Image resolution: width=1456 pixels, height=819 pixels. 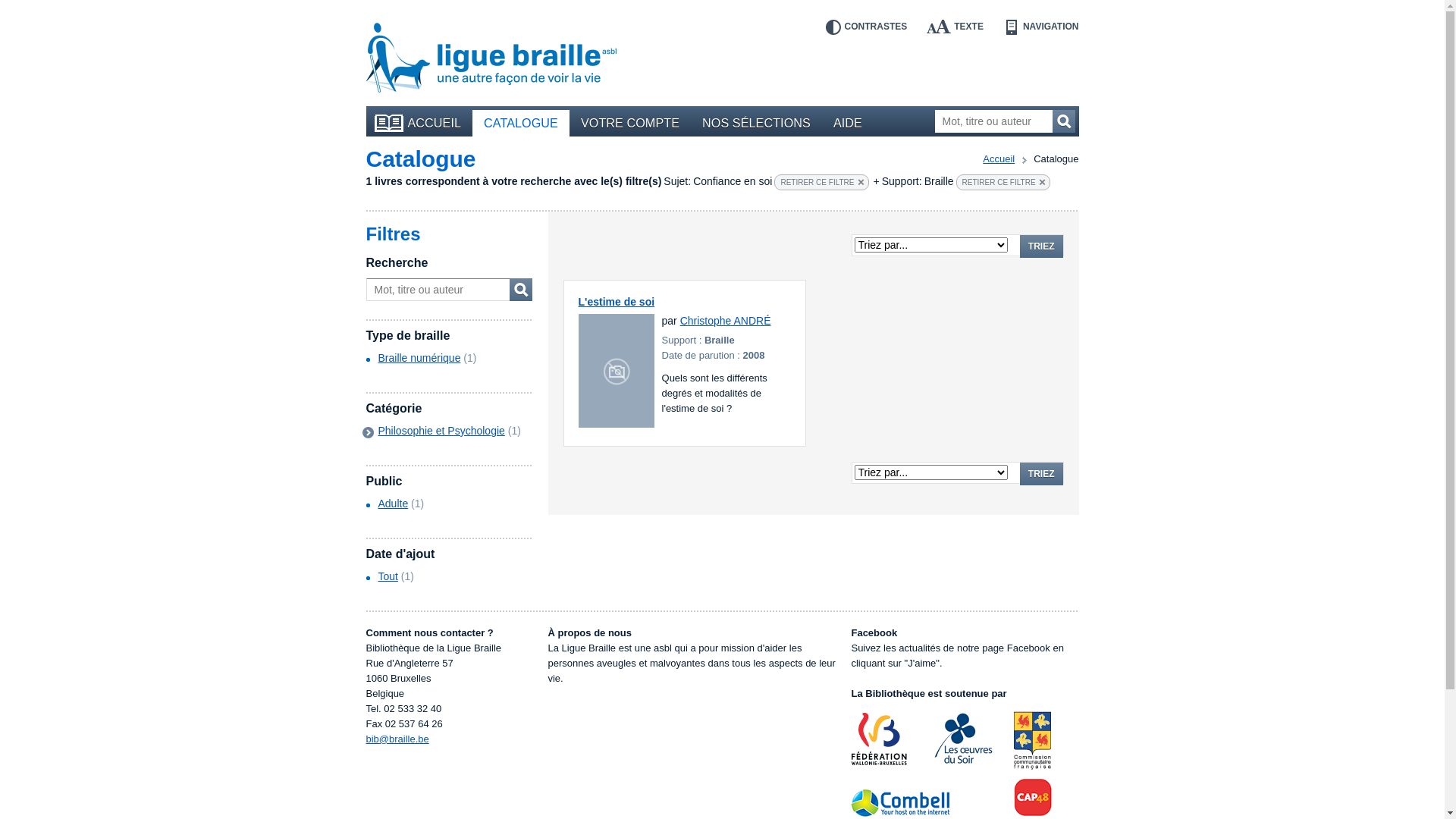 I want to click on 'RETIRER CE FILTRE', so click(x=1003, y=181).